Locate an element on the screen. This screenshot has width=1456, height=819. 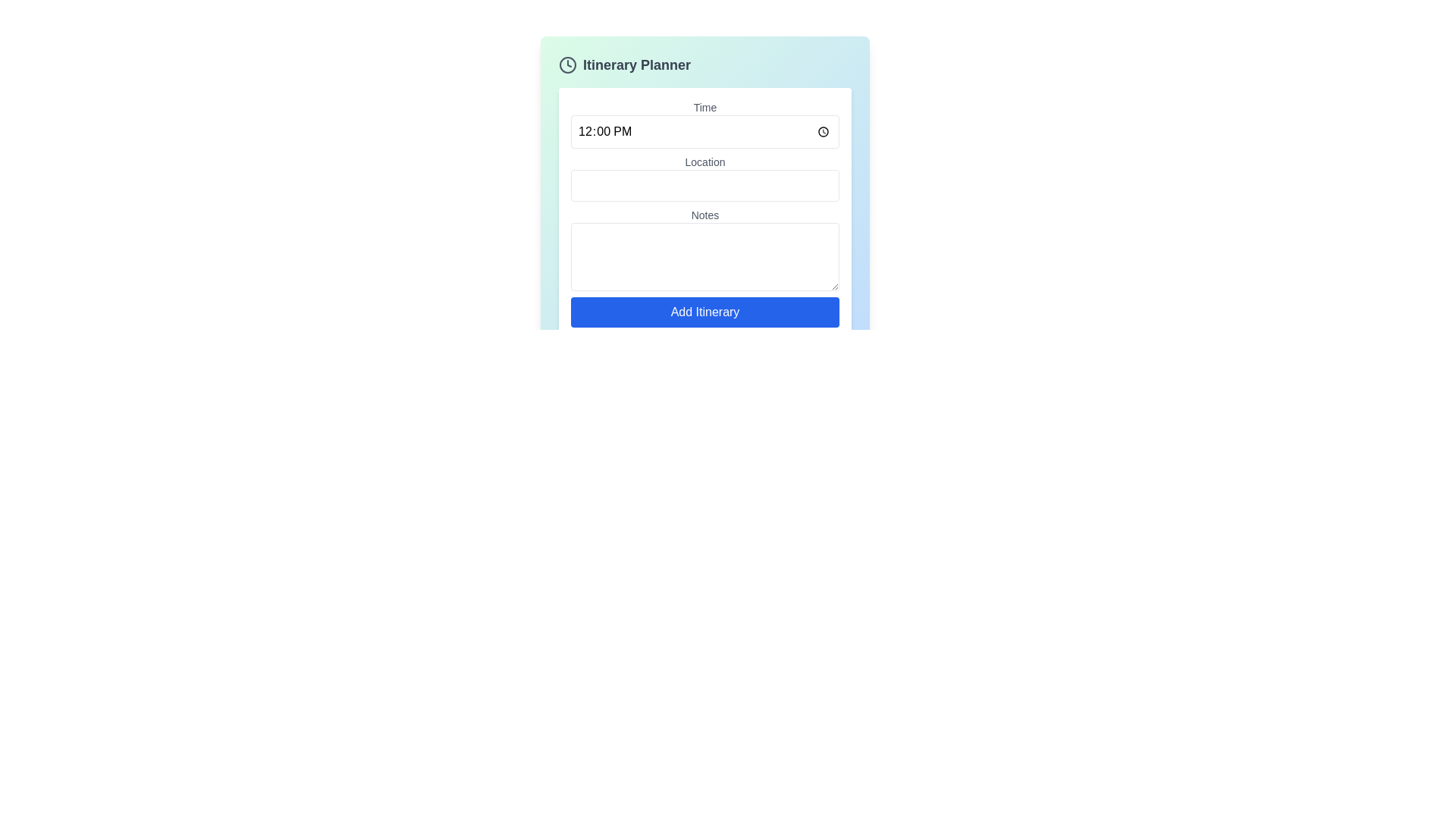
the circular shape within the SVG graphic representing the clock face, which is located in the top-left part of the interface adjacent to the title 'Itinerary Planner' is located at coordinates (566, 64).